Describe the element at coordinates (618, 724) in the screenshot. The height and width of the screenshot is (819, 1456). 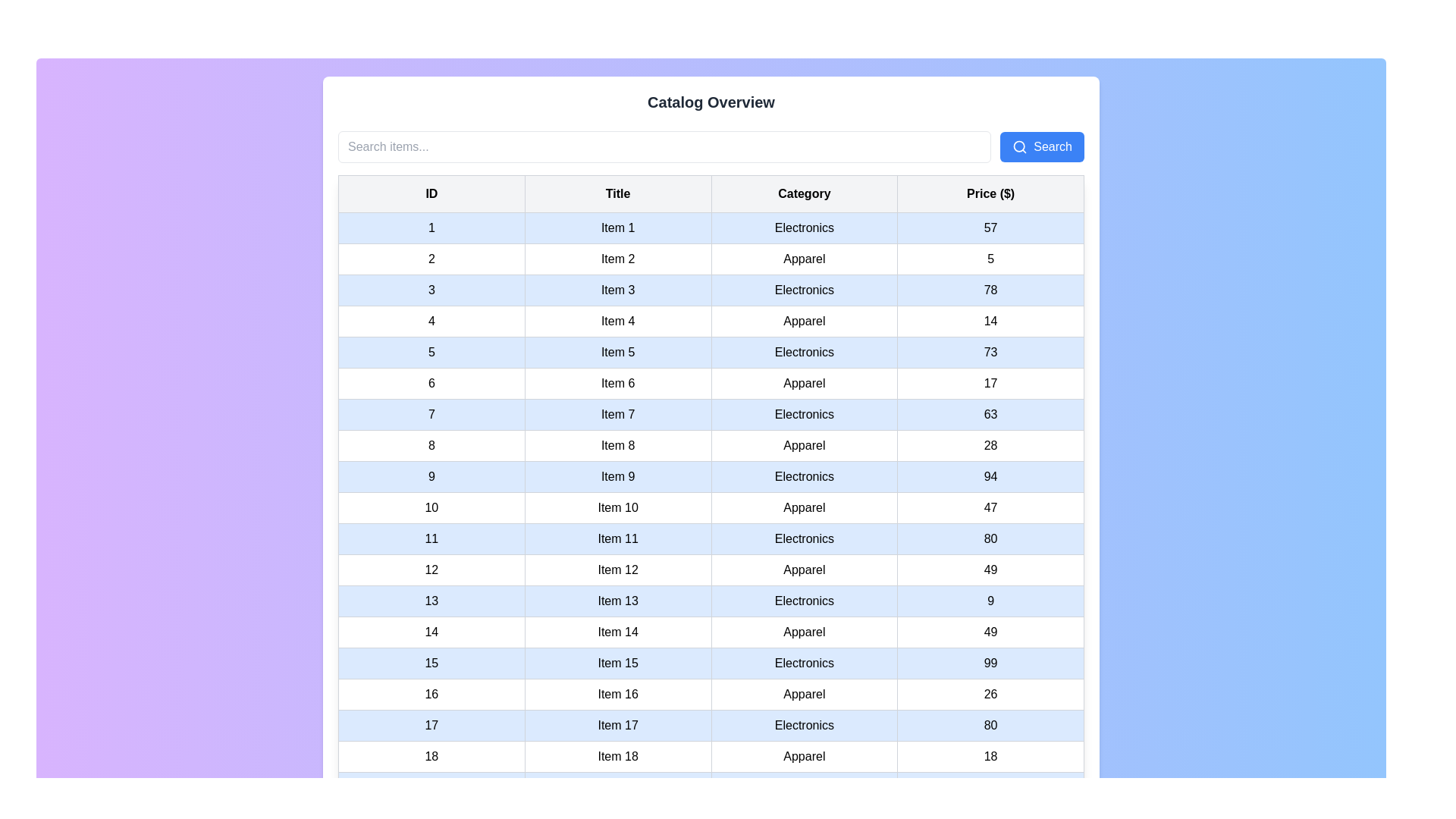
I see `the table cell in the second column of the row labeled '17', which serves as a label or identifier for a specific item in the list` at that location.